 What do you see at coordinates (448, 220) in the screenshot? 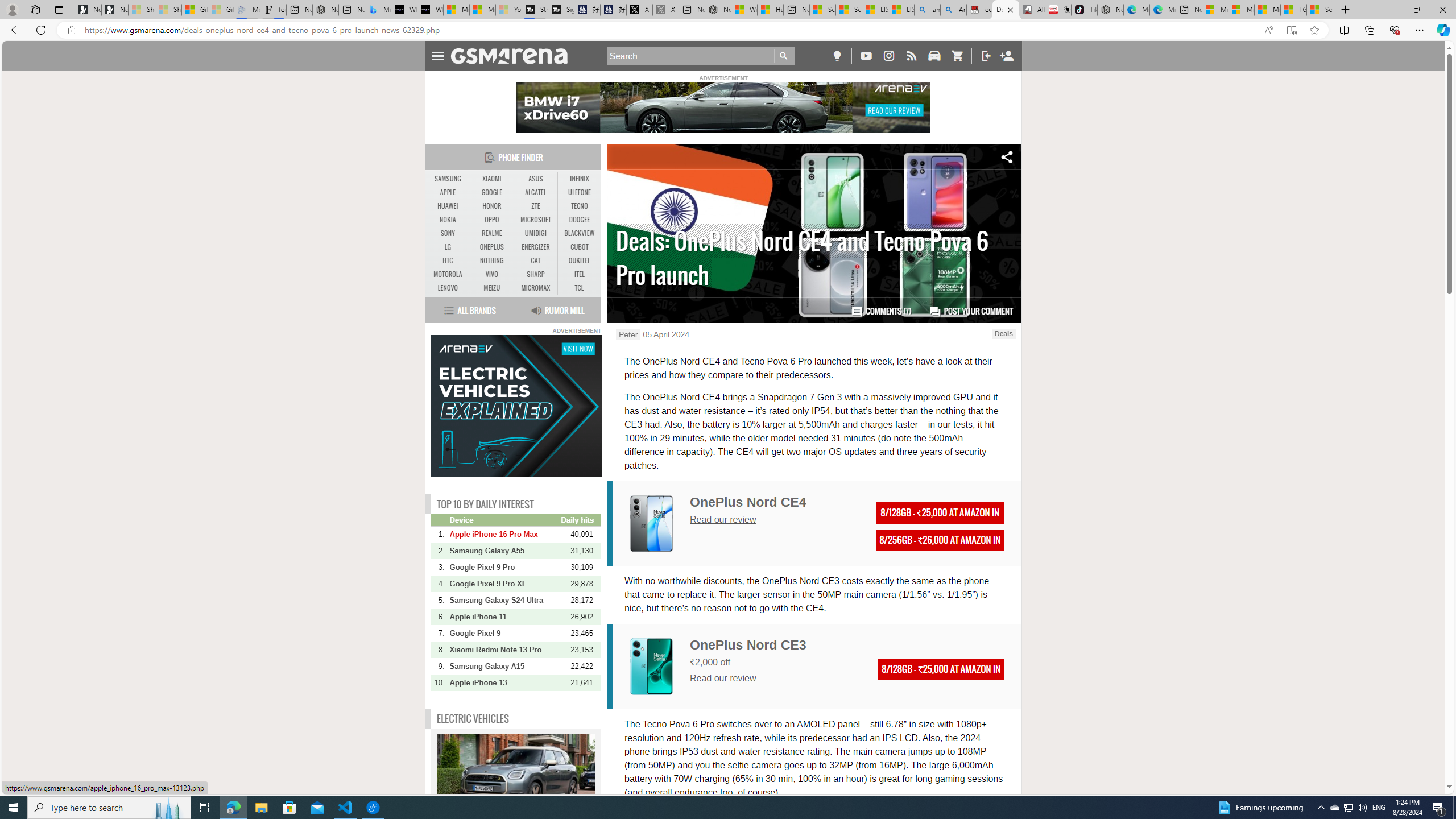
I see `'NOKIA'` at bounding box center [448, 220].